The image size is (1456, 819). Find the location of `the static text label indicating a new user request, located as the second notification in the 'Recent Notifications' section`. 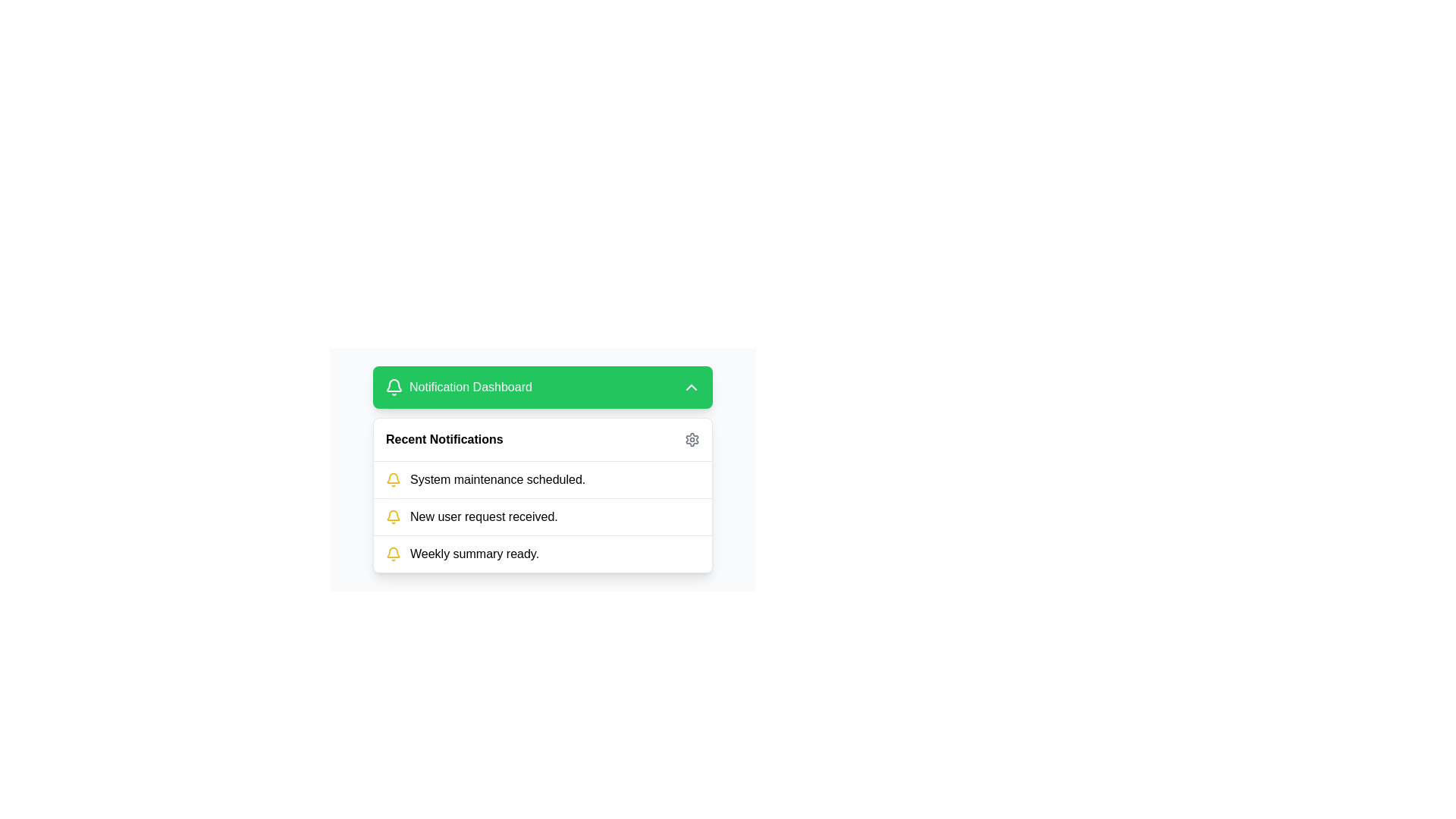

the static text label indicating a new user request, located as the second notification in the 'Recent Notifications' section is located at coordinates (483, 516).